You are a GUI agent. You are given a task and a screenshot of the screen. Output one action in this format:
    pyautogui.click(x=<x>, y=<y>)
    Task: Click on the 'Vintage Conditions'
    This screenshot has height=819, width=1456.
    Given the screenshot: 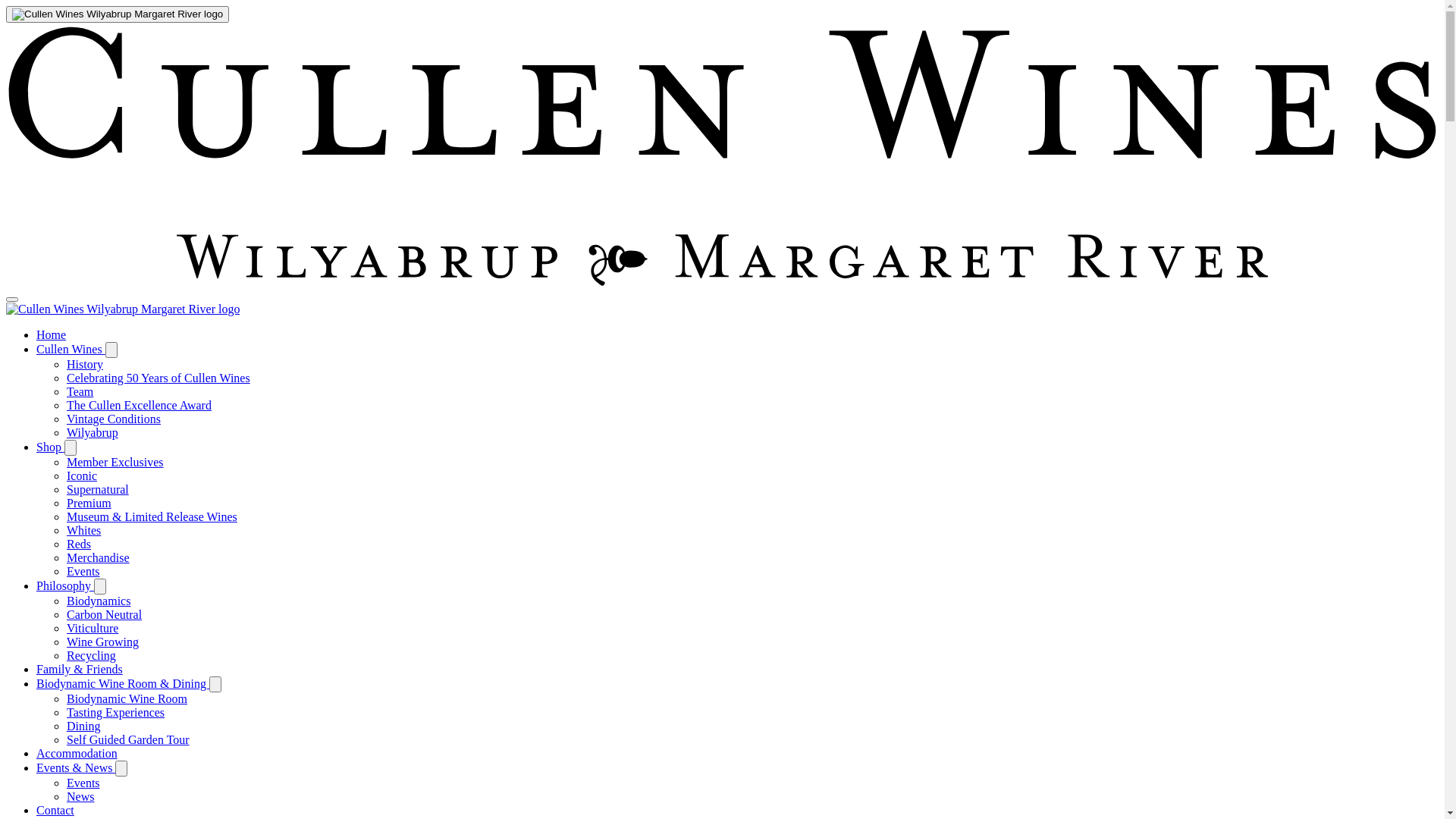 What is the action you would take?
    pyautogui.click(x=112, y=419)
    